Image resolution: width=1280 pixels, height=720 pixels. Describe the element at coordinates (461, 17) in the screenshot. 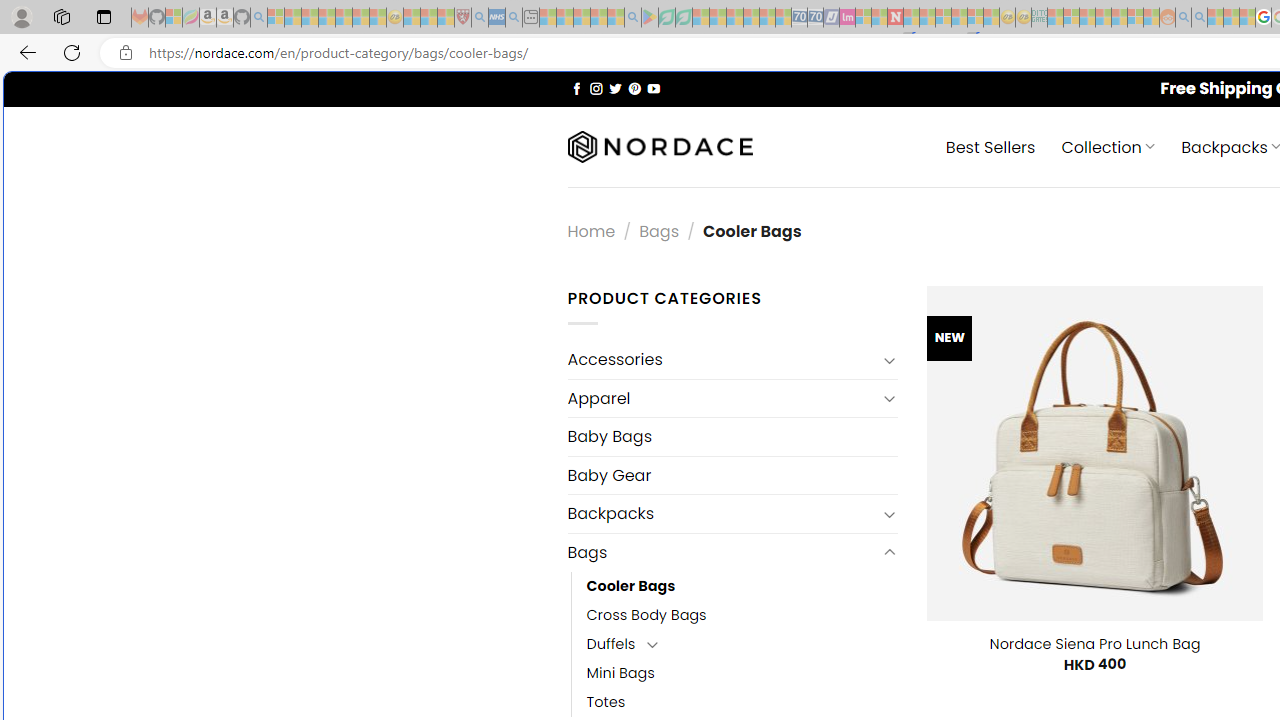

I see `'Robert H. Shmerling, MD - Harvard Health - Sleeping'` at that location.